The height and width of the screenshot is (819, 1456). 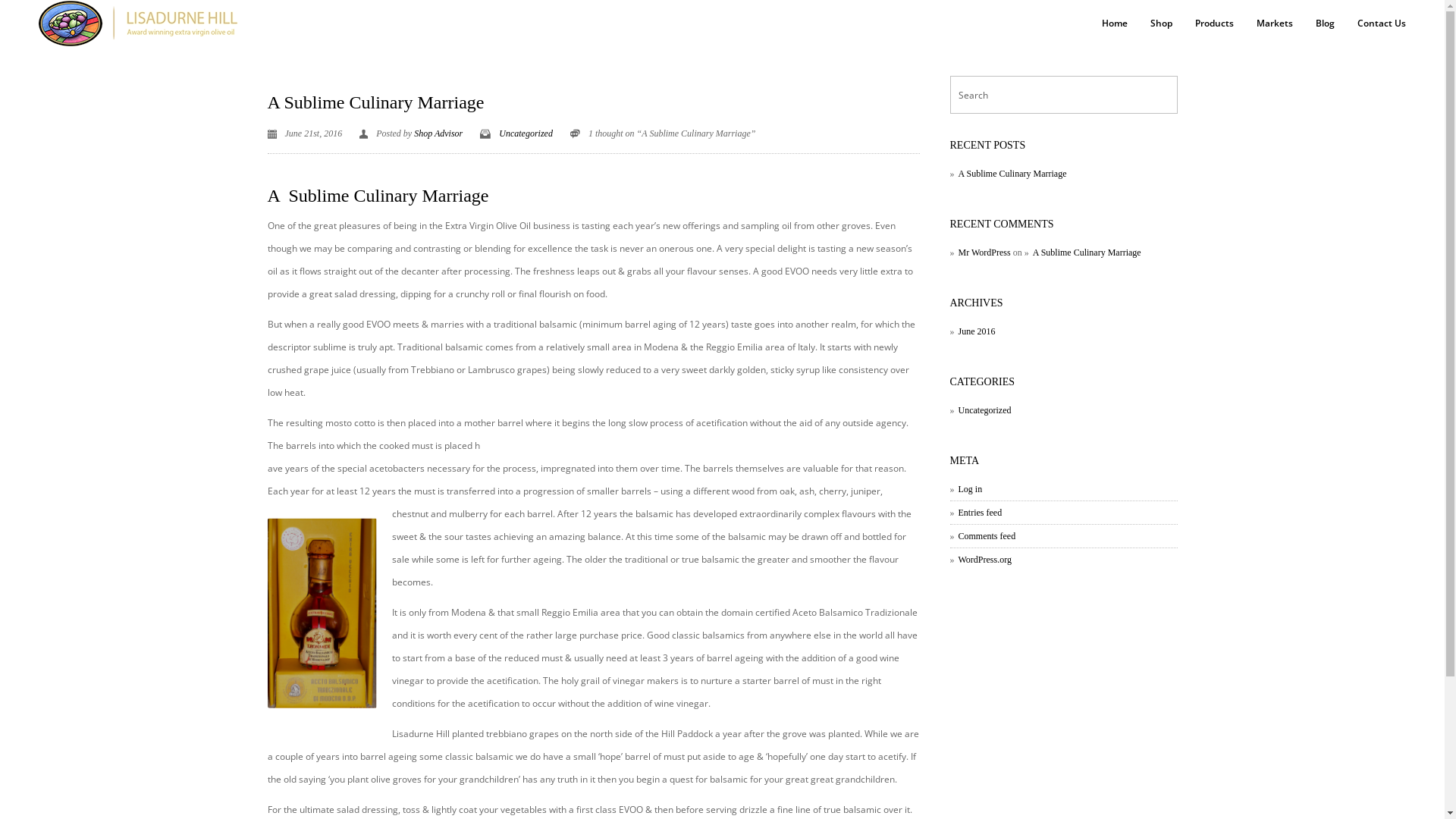 What do you see at coordinates (971, 330) in the screenshot?
I see `'June 2016'` at bounding box center [971, 330].